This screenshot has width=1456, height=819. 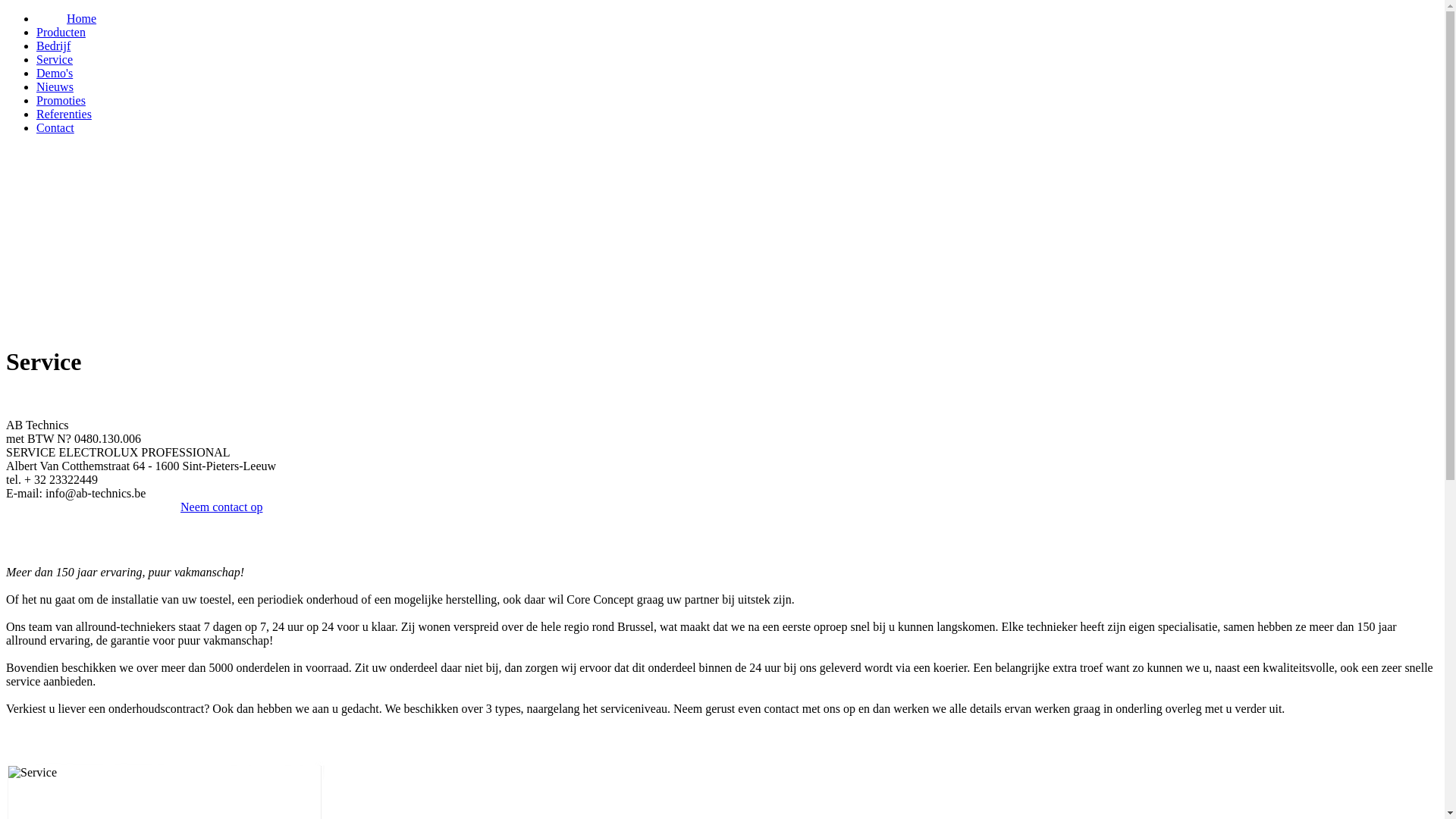 I want to click on 'Bedrijf', so click(x=36, y=45).